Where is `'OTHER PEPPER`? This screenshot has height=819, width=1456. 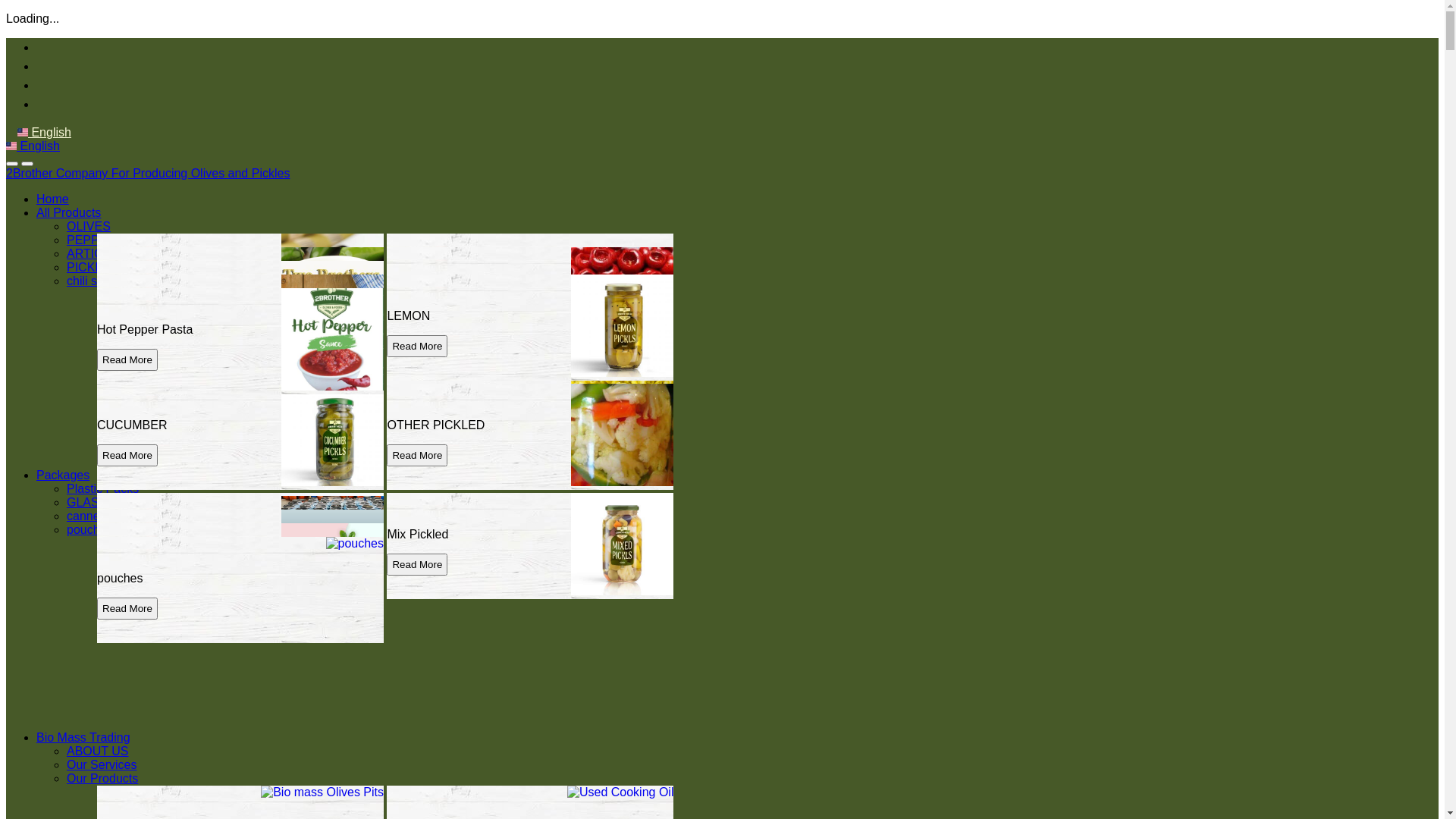
'OTHER PEPPER is located at coordinates (239, 409).